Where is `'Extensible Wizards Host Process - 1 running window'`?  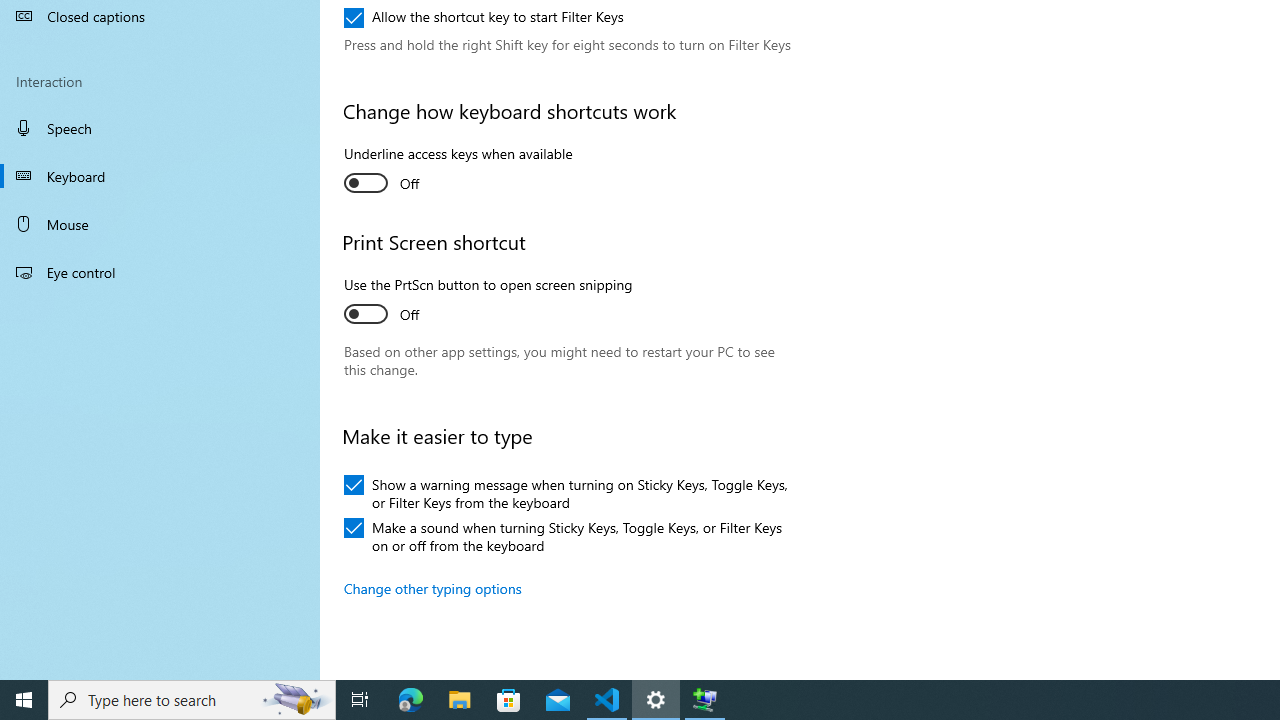
'Extensible Wizards Host Process - 1 running window' is located at coordinates (705, 698).